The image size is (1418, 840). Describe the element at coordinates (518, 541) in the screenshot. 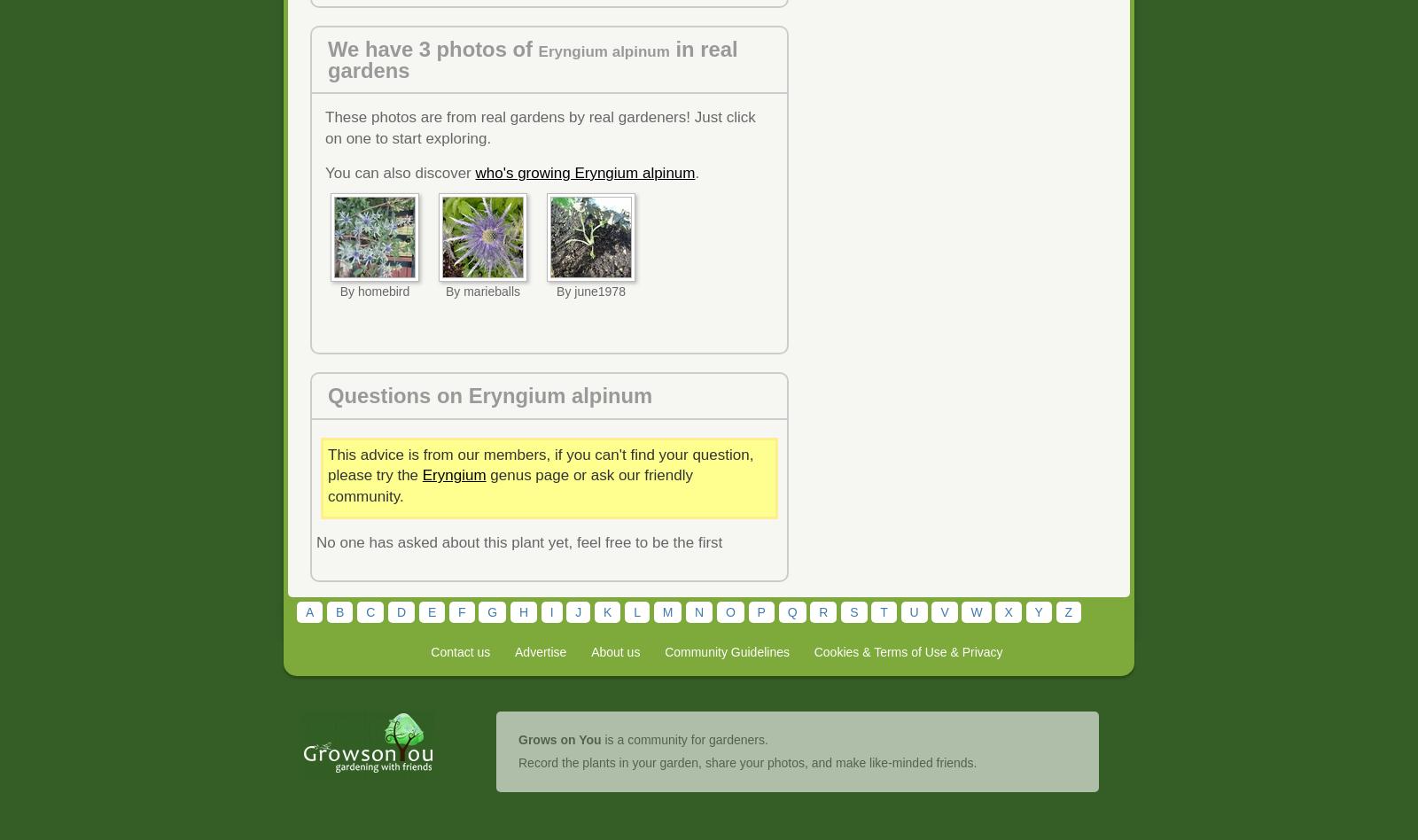

I see `'No one has asked about this plant yet, feel free to be the first'` at that location.